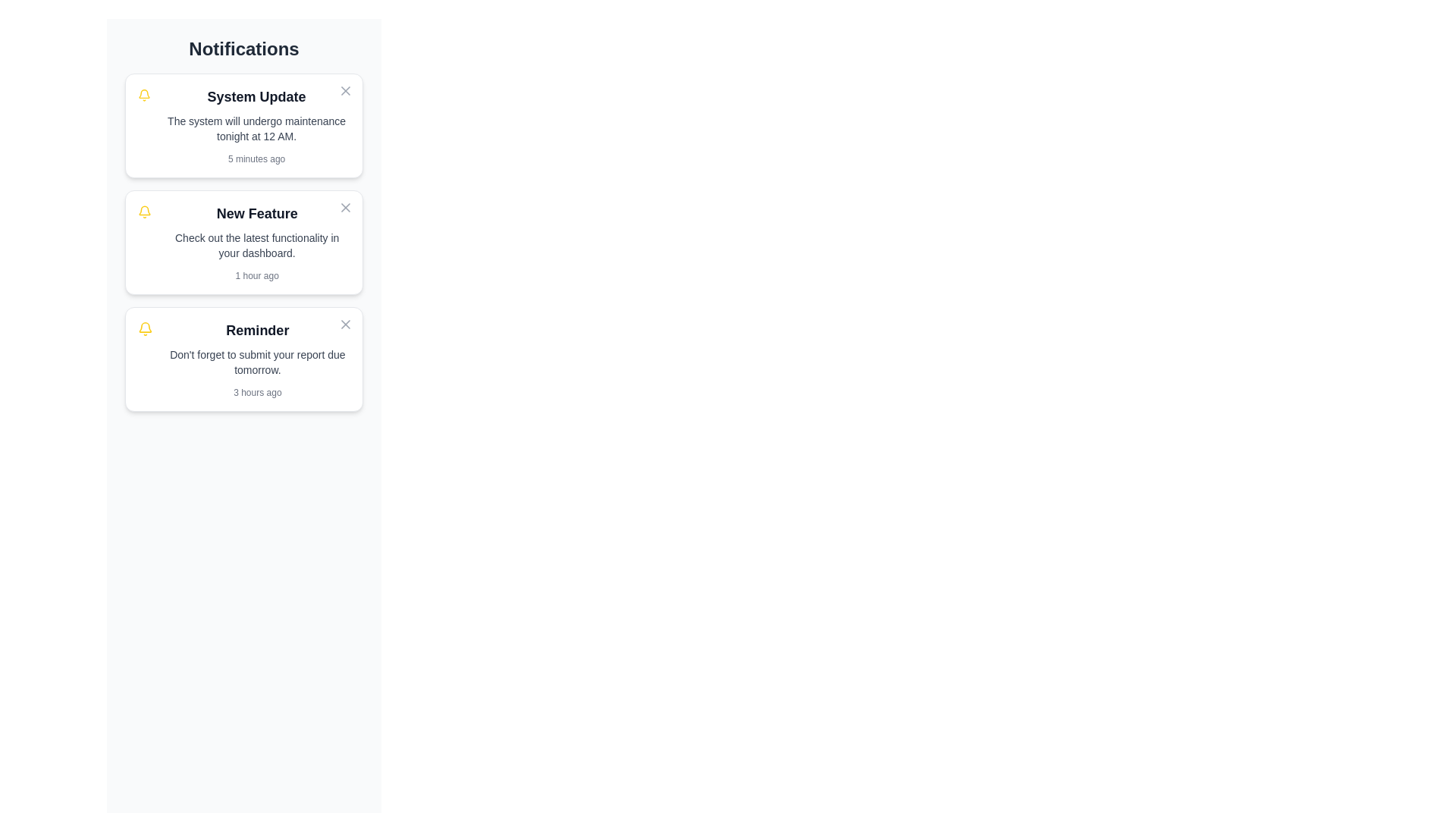 The width and height of the screenshot is (1456, 819). I want to click on the text segment reading 'The system will undergo maintenance tonight at 12 AM.', which is styled with a smaller font size and subtle gray color, located between the heading 'System Update' and the timestamp '5 minutes ago', so click(256, 127).